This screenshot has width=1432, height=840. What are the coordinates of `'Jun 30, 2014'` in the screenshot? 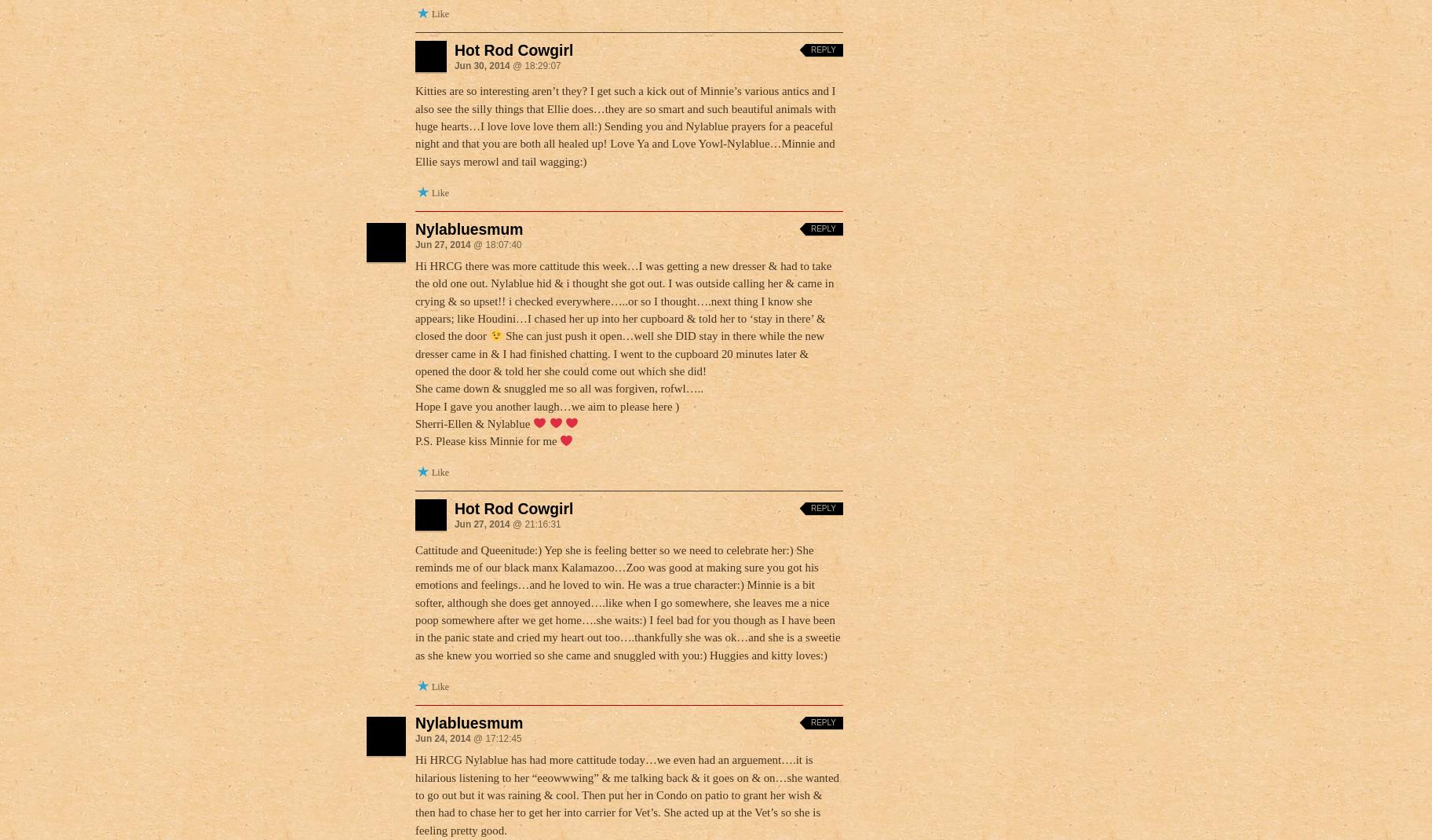 It's located at (453, 64).